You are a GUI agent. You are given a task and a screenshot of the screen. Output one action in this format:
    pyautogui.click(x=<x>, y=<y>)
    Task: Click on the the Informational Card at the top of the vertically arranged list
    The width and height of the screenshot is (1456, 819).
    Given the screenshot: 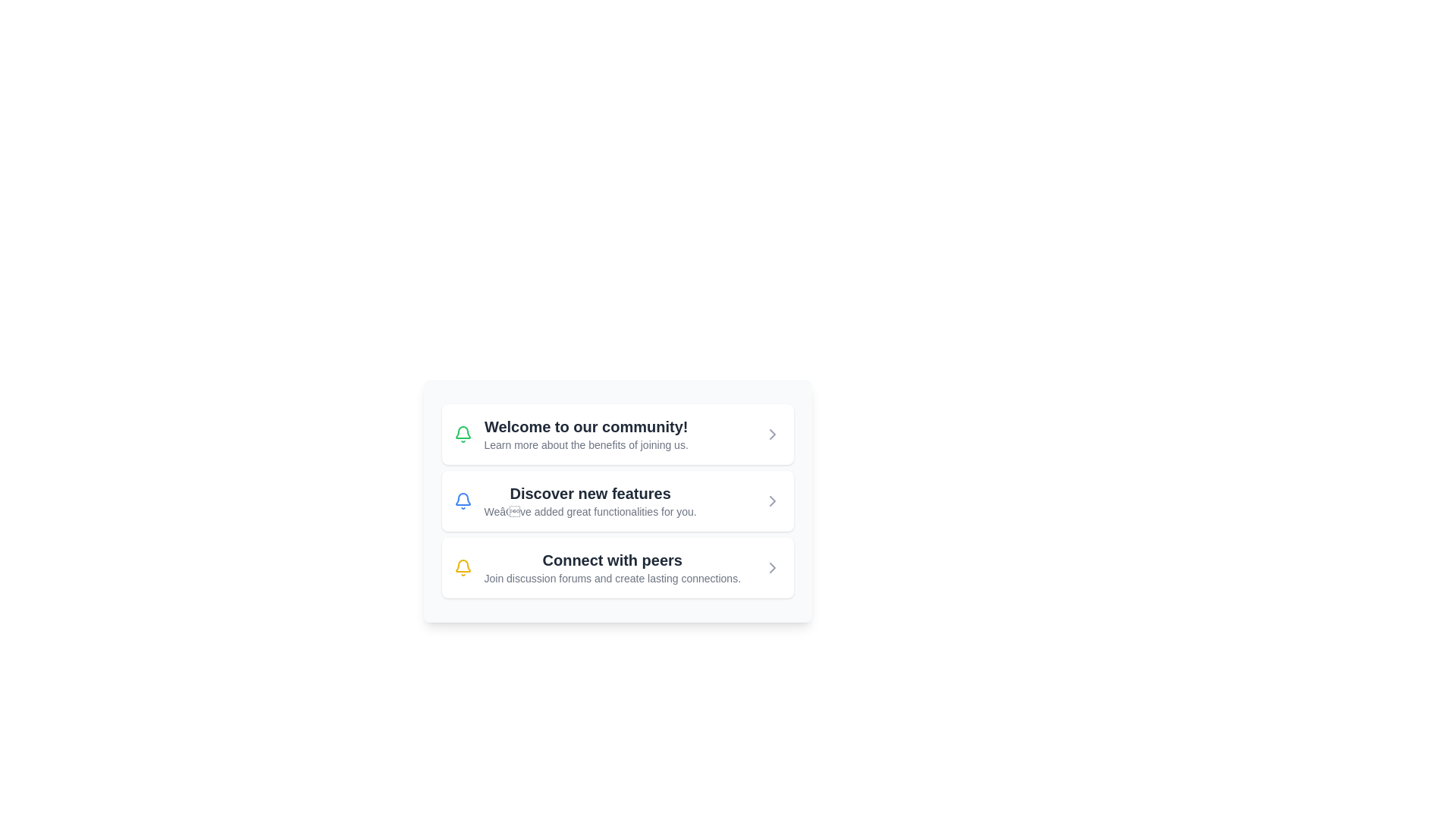 What is the action you would take?
    pyautogui.click(x=617, y=435)
    